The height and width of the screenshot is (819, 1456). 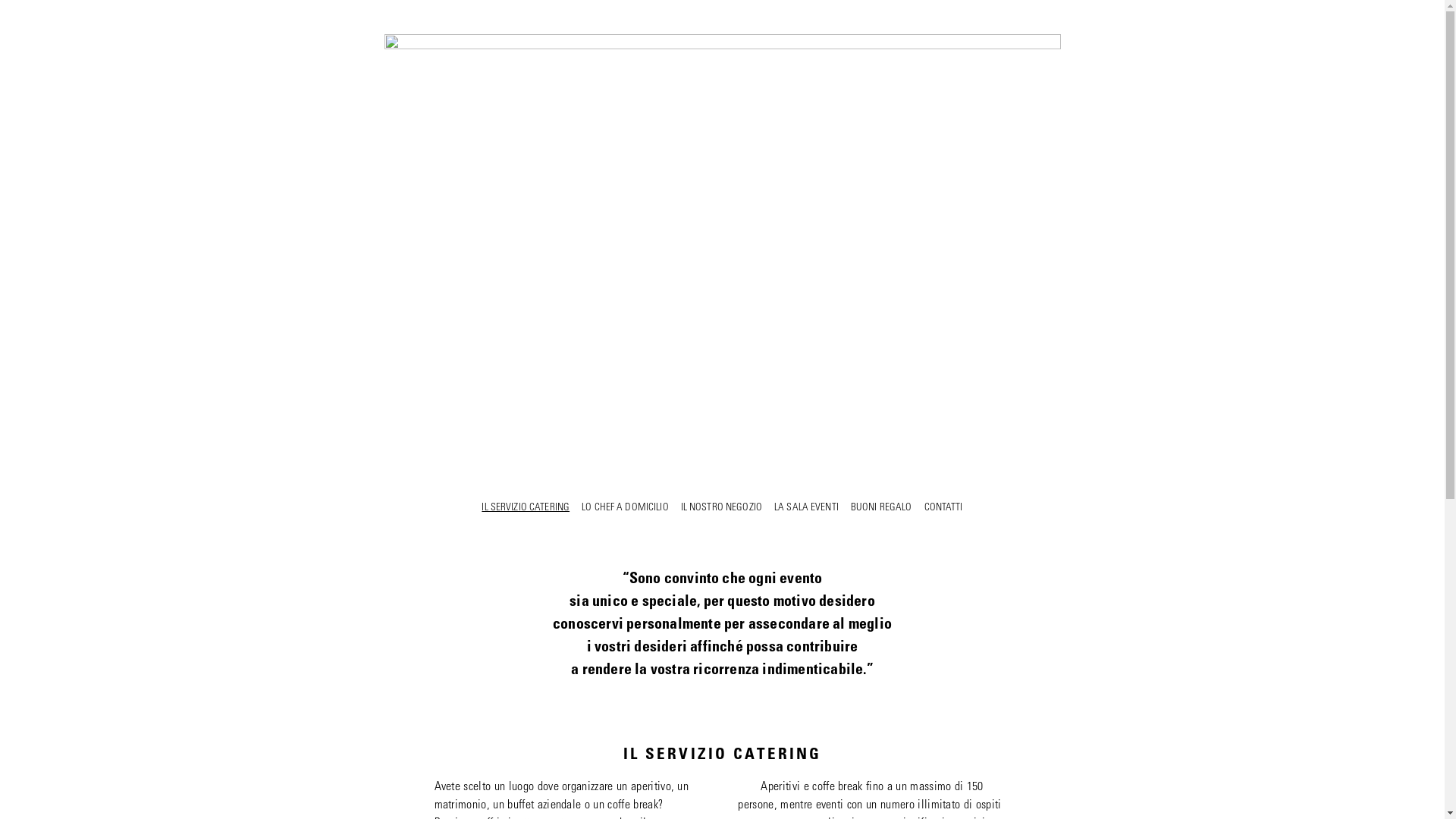 I want to click on 'LA SALA EVENTI', so click(x=774, y=508).